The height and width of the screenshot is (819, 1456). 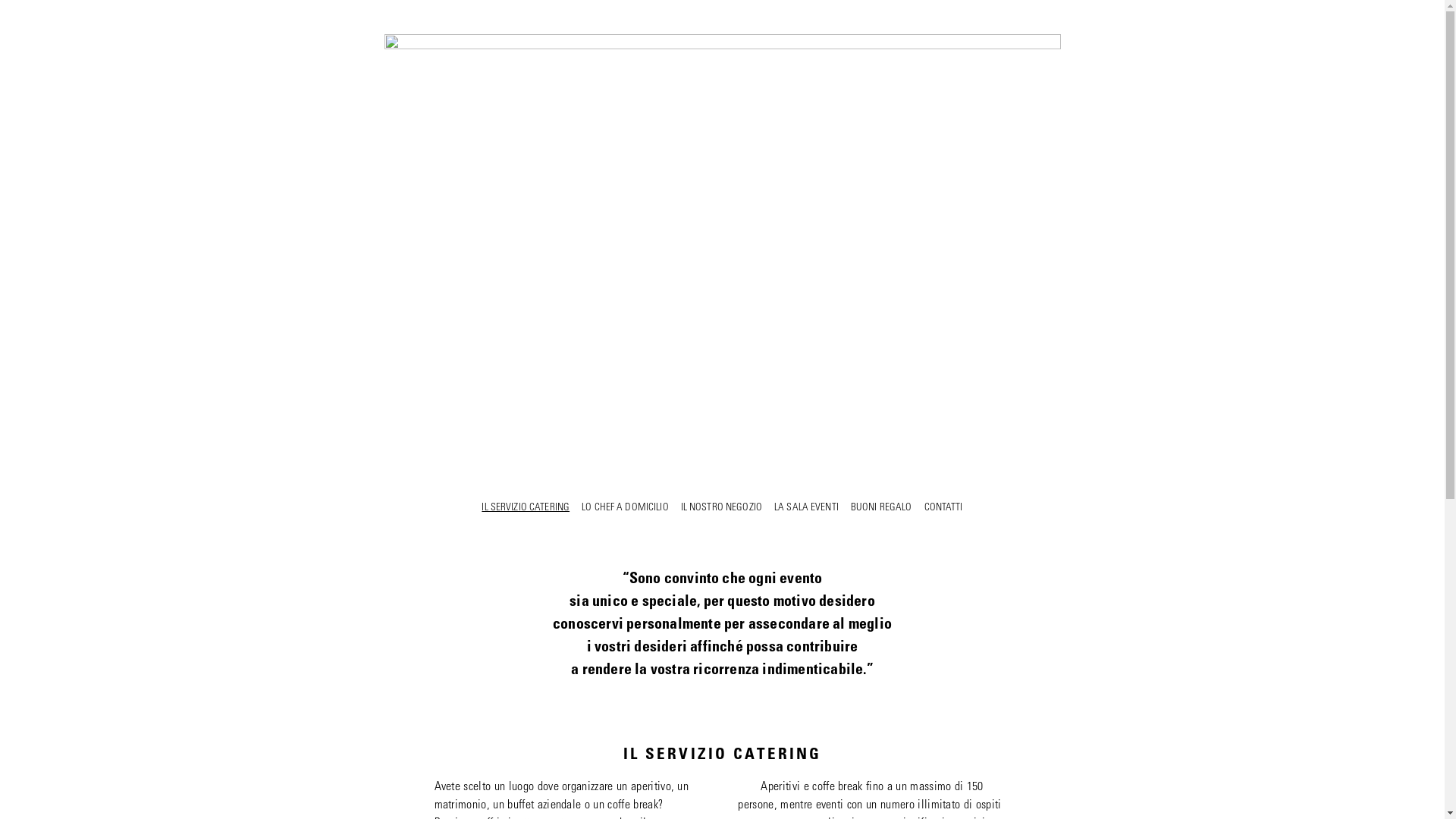 I want to click on 'LA SALA EVENTI', so click(x=774, y=508).